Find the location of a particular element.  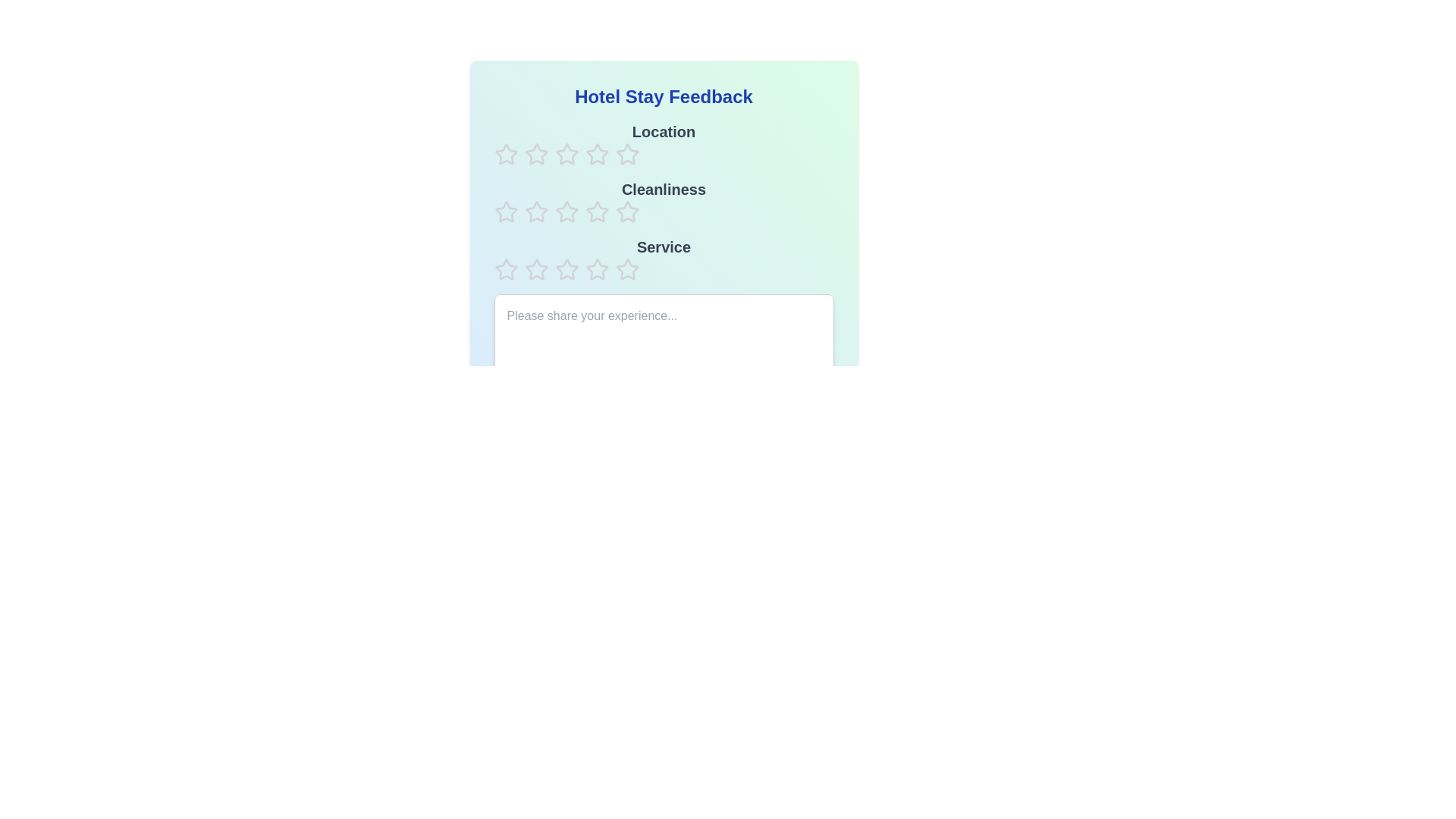

the star icons in the 'Service' rating input component of the feedback form is located at coordinates (664, 259).